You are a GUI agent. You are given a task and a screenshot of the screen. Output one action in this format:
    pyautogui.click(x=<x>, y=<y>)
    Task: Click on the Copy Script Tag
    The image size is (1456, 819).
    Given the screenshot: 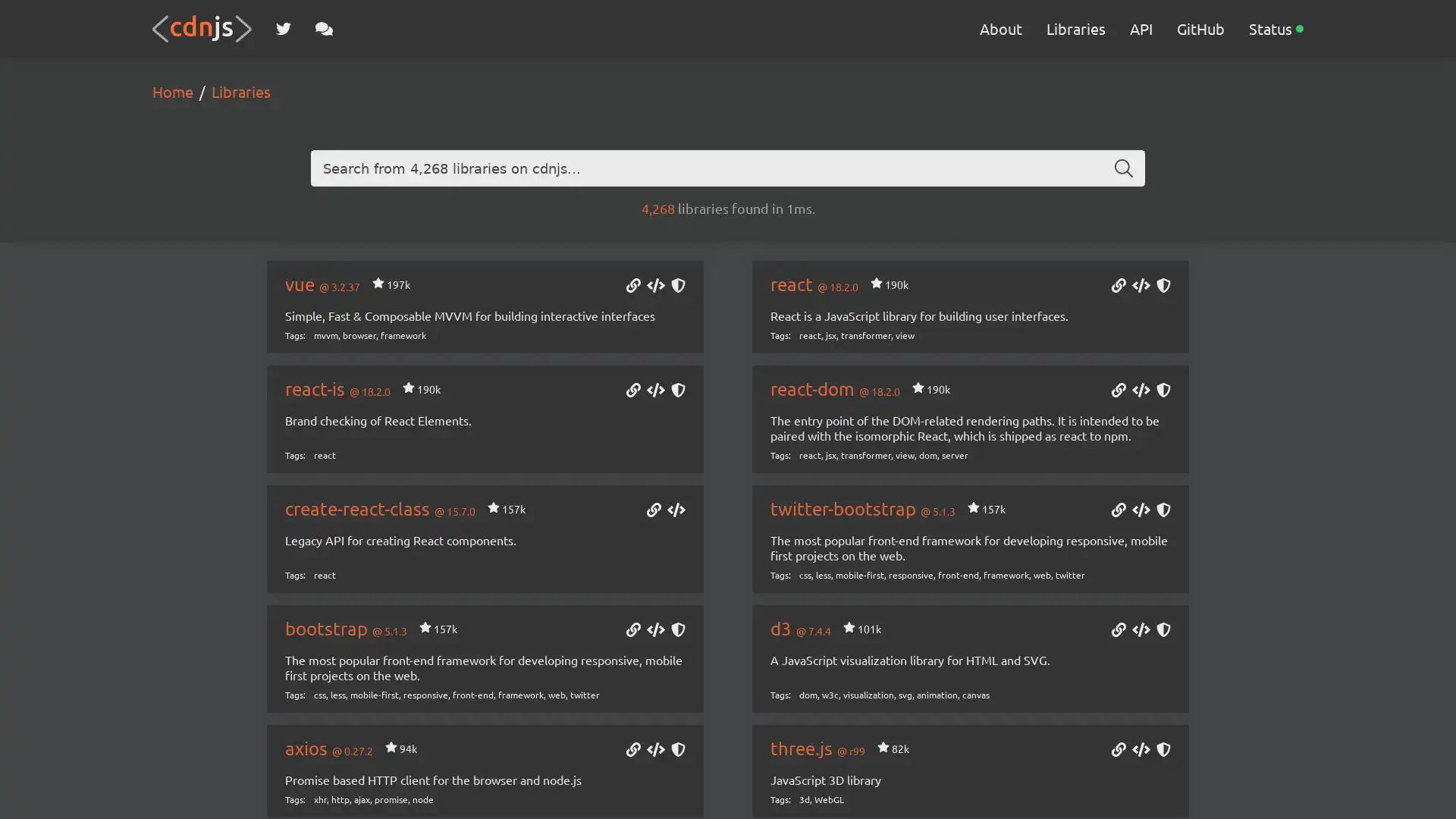 What is the action you would take?
    pyautogui.click(x=1140, y=751)
    